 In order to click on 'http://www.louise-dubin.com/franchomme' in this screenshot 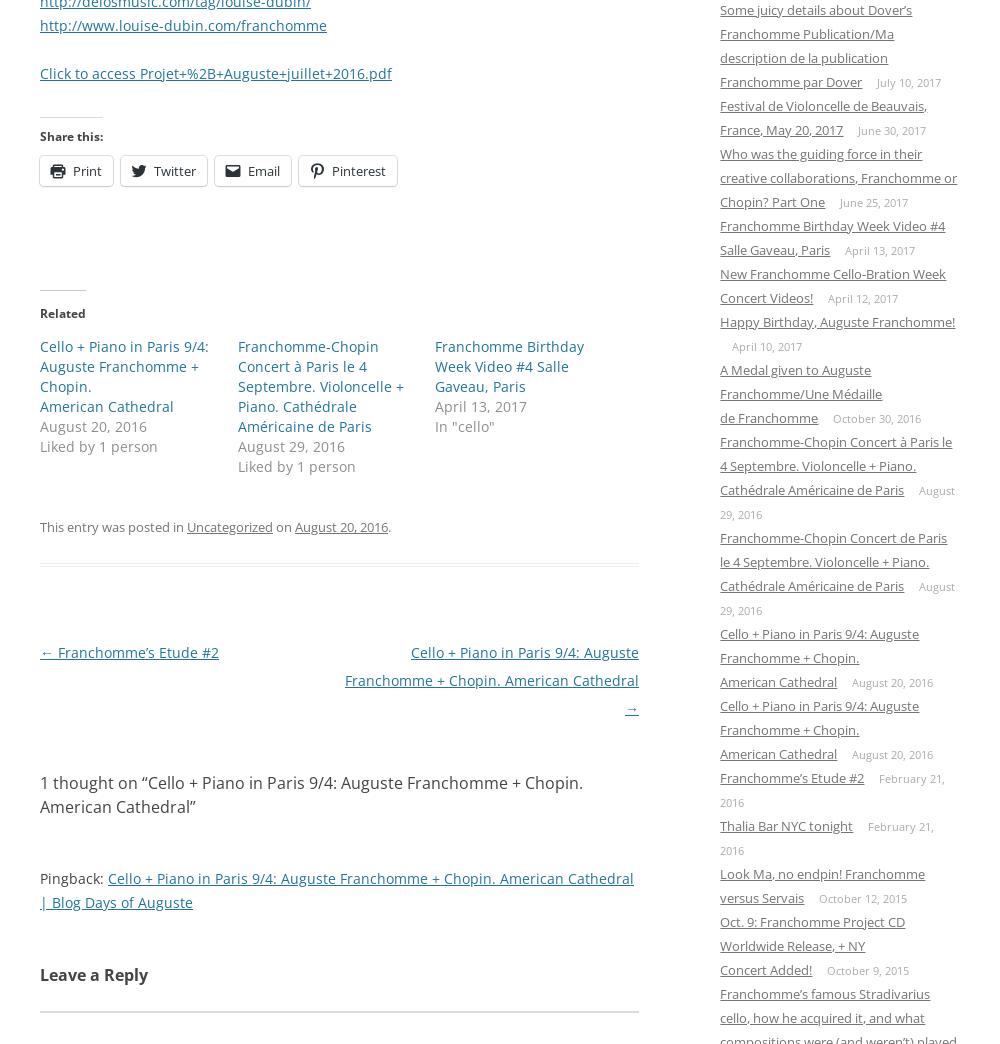, I will do `click(183, 23)`.